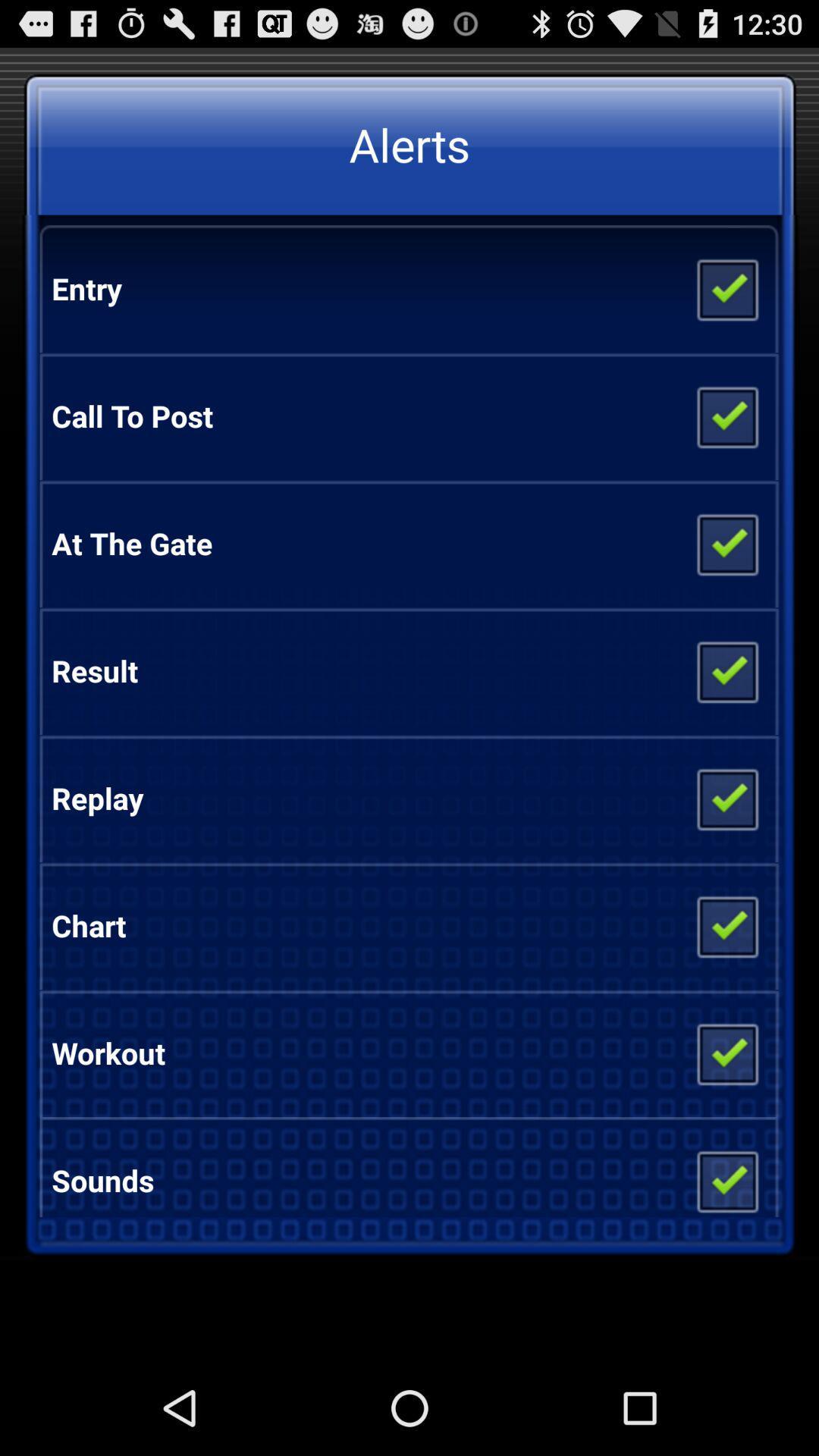  Describe the element at coordinates (726, 543) in the screenshot. I see `turn on alerts at the gate` at that location.